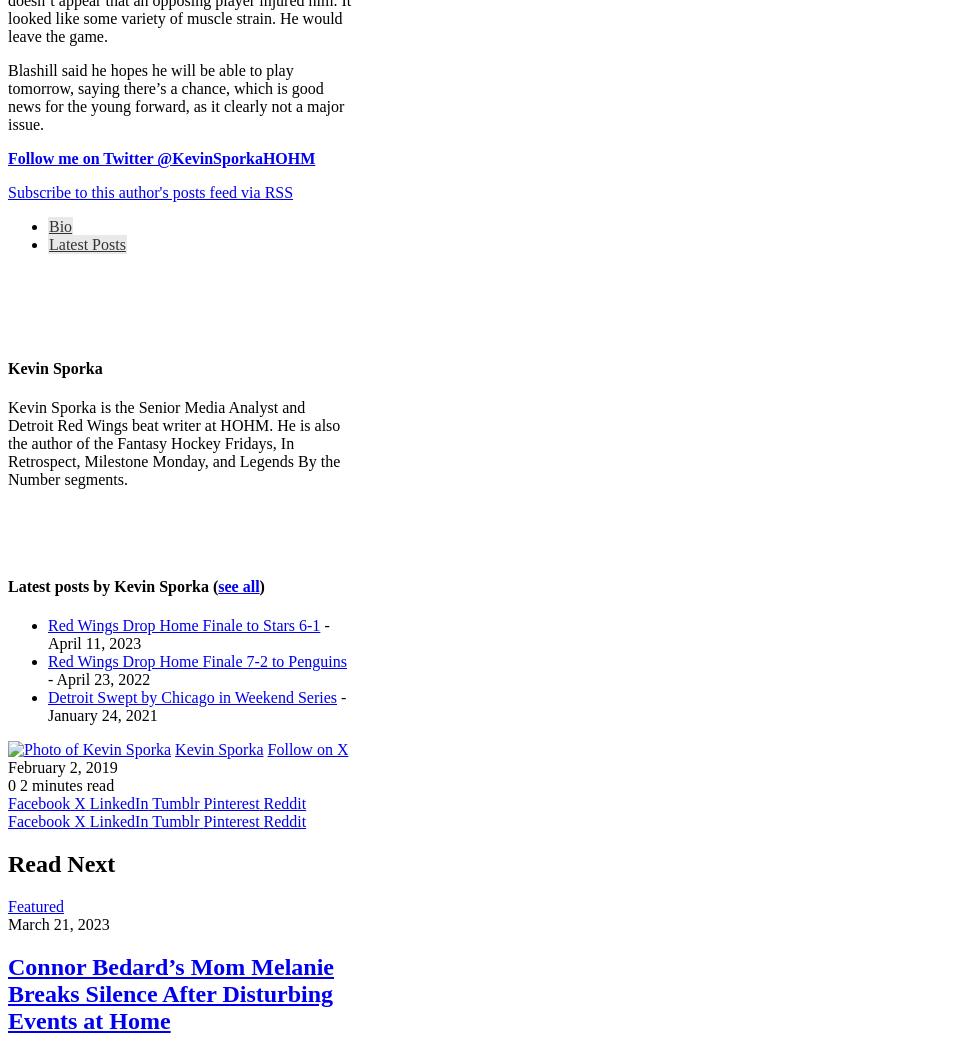 This screenshot has height=1056, width=978. Describe the element at coordinates (48, 661) in the screenshot. I see `'Red Wings Drop Home Finale 7-2 to Penguins'` at that location.